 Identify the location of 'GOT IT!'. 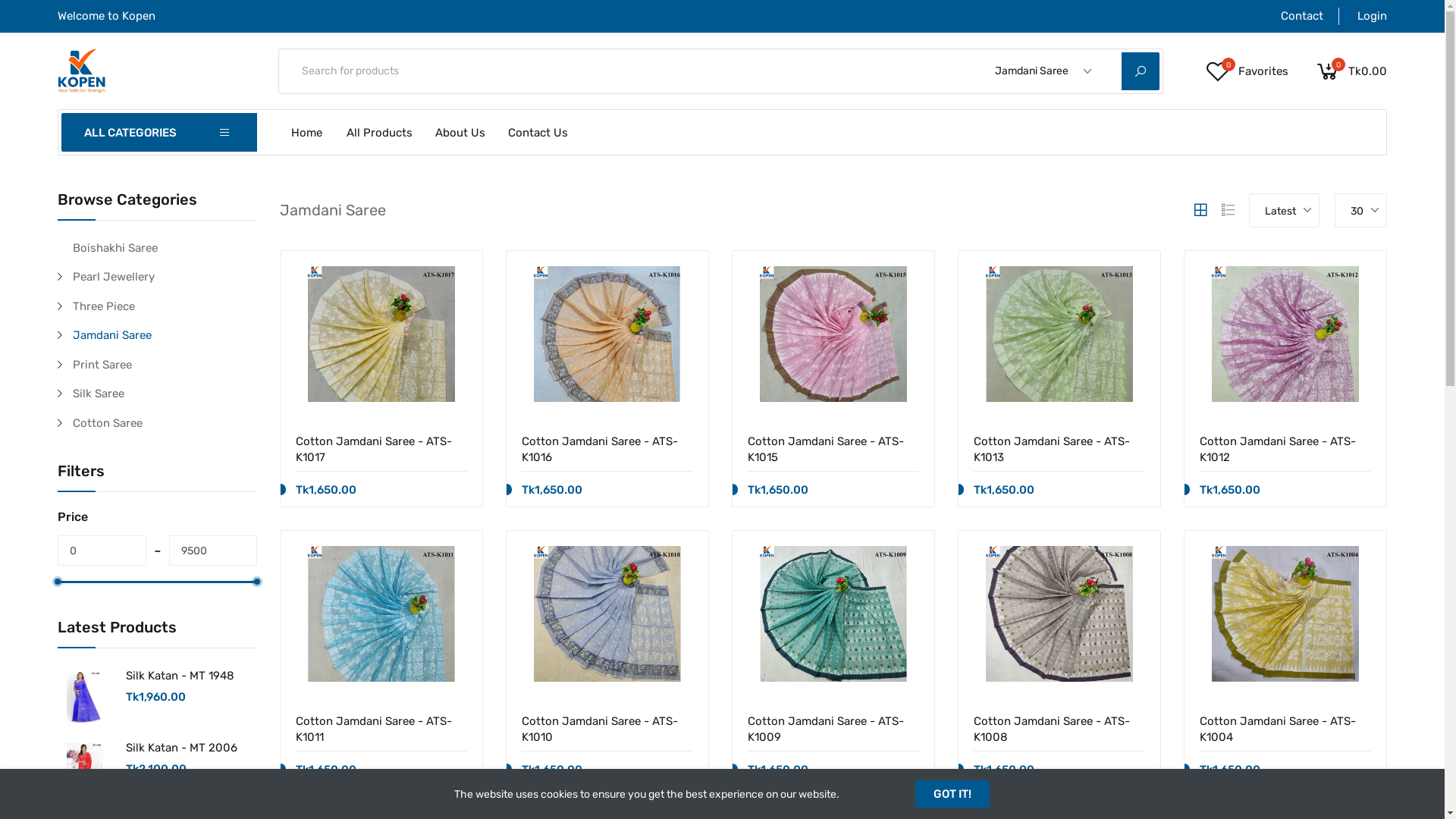
(952, 792).